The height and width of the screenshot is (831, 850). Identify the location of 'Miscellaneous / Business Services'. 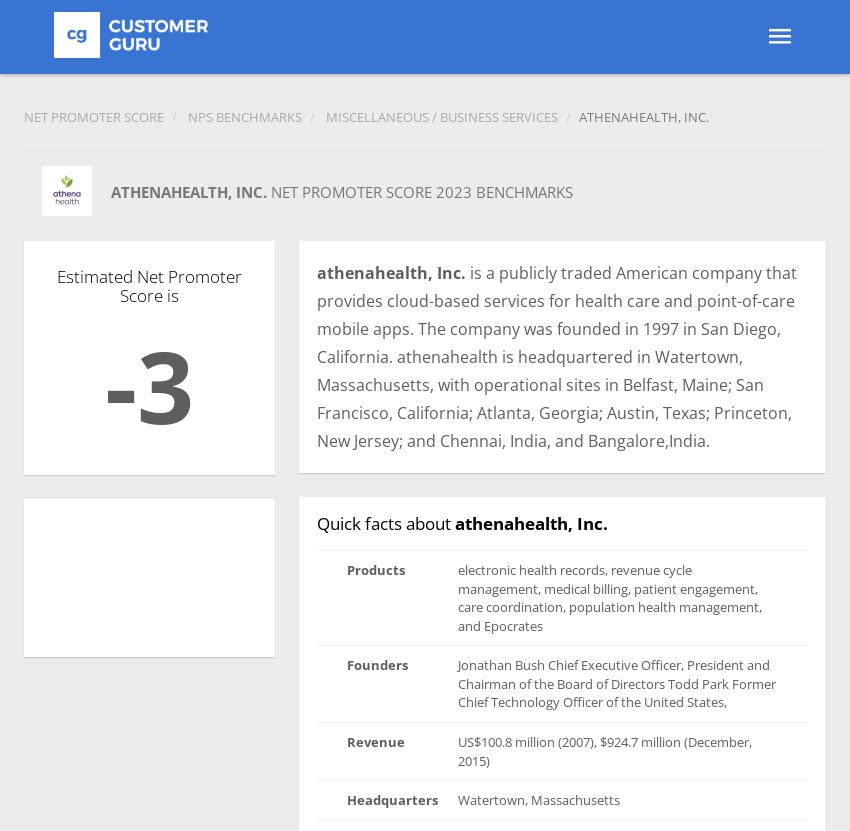
(325, 117).